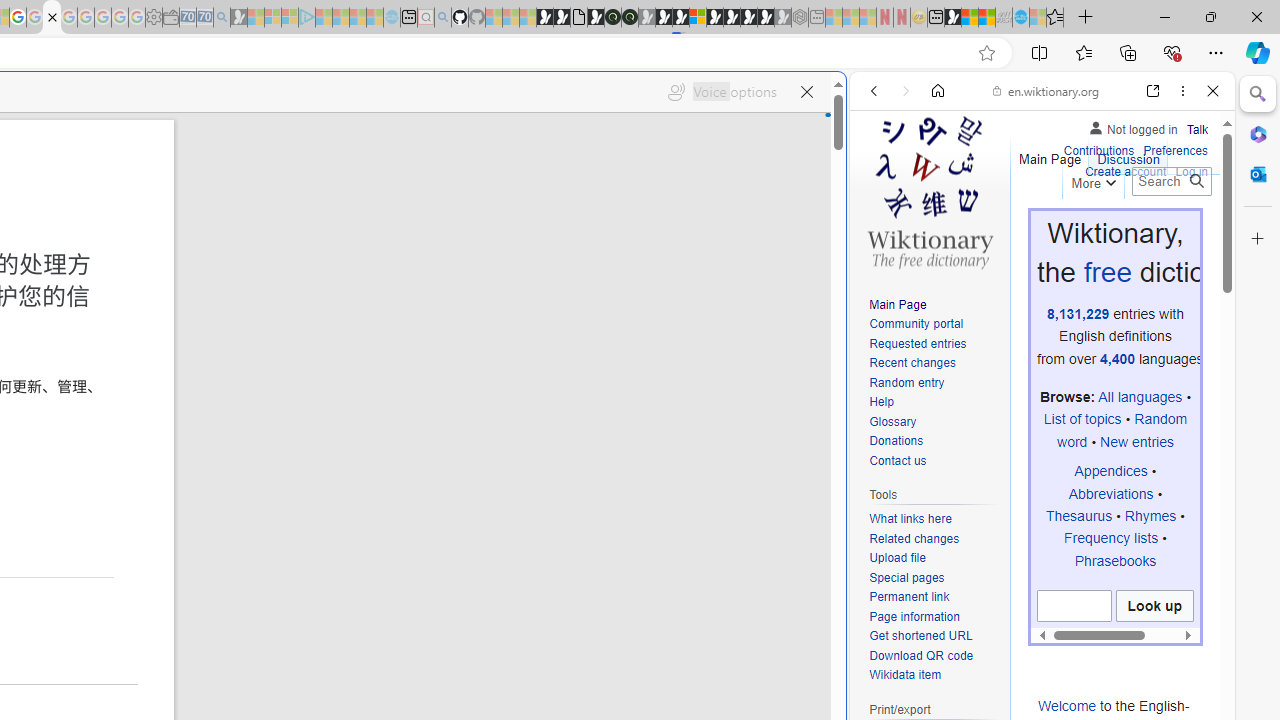 The width and height of the screenshot is (1280, 720). Describe the element at coordinates (687, 425) in the screenshot. I see `'Home | Sky Blue Bikes - Sky Blue Bikes'` at that location.